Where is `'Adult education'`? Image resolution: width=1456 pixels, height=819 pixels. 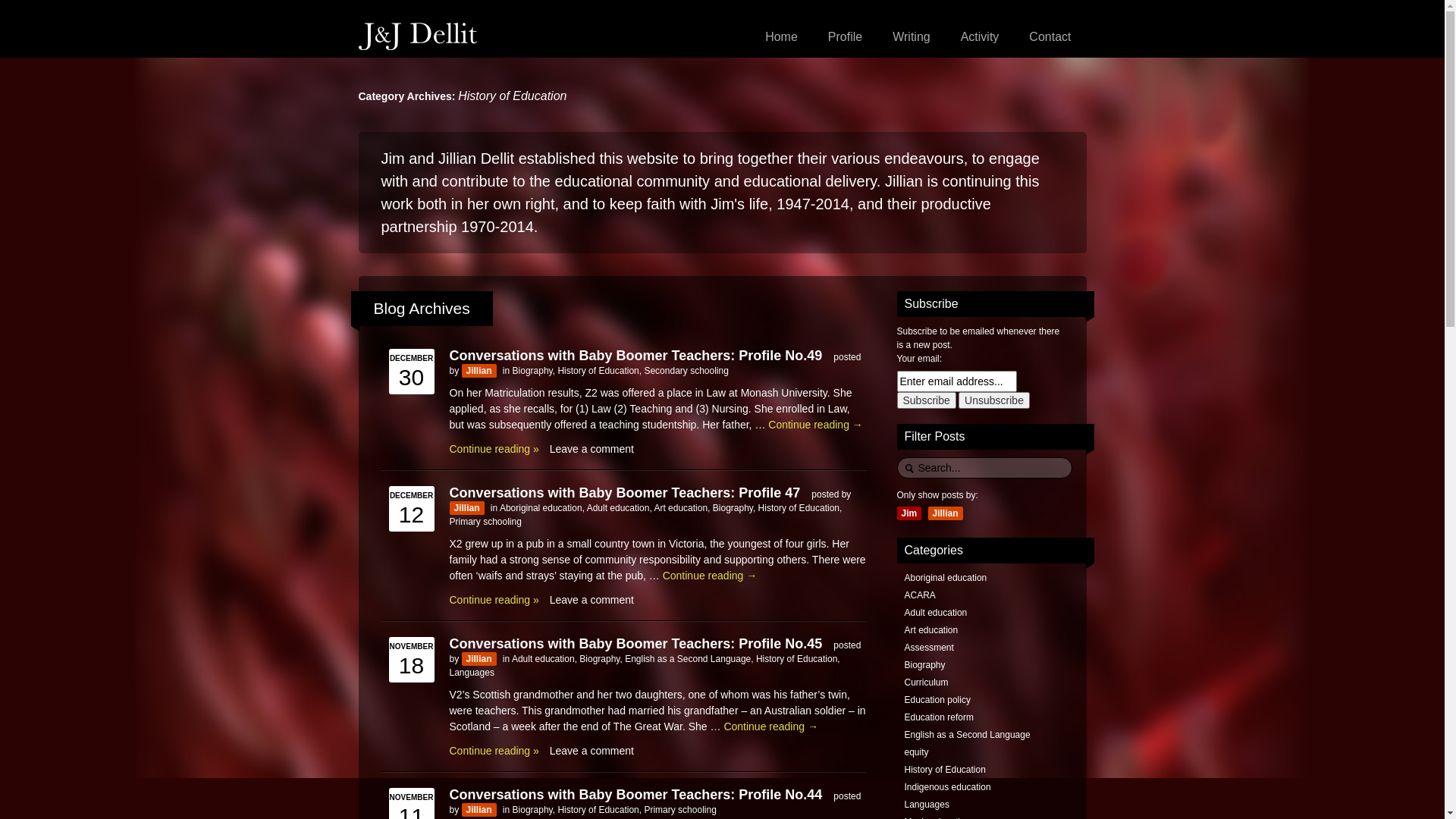
'Adult education' is located at coordinates (543, 657).